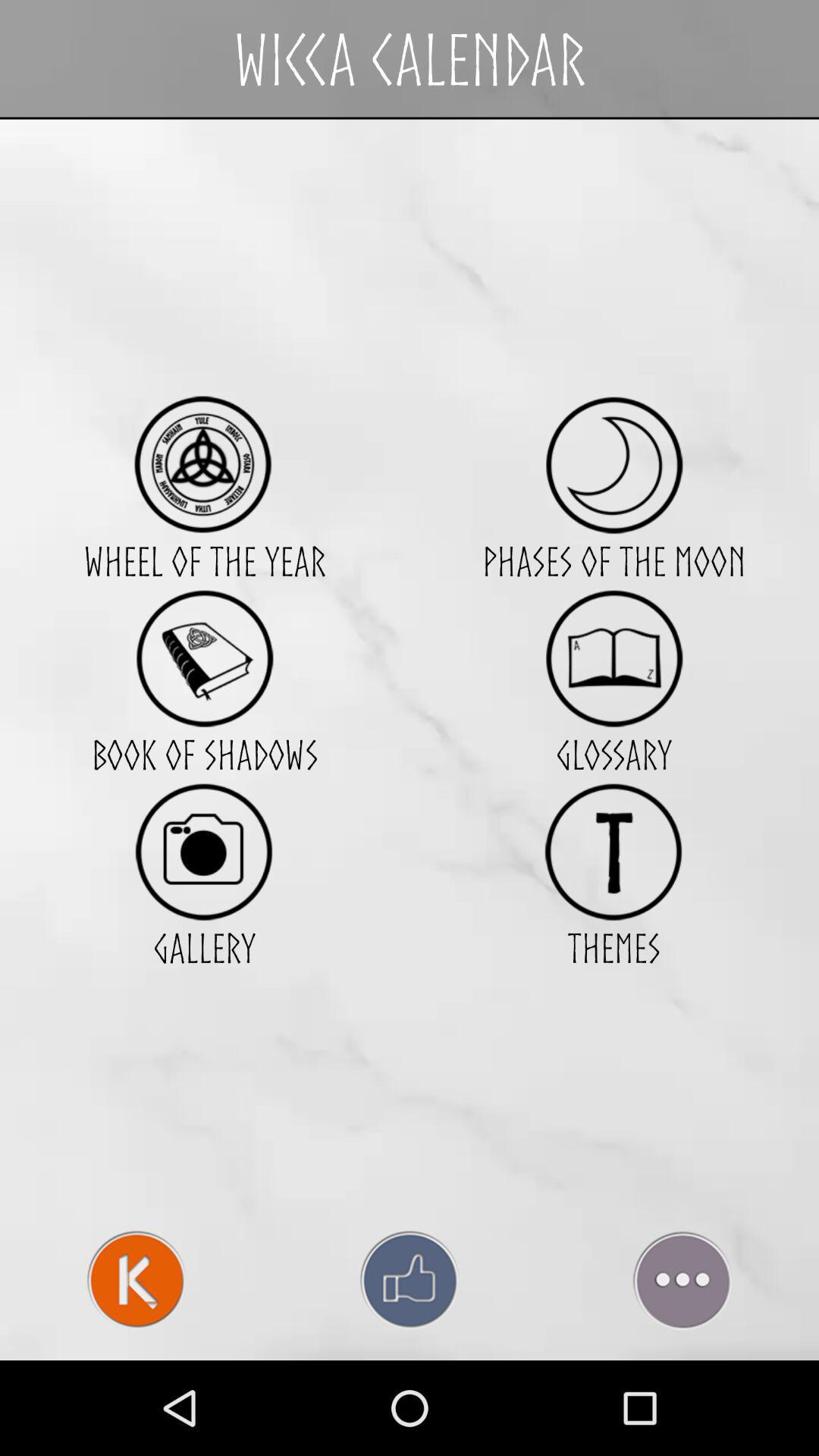  Describe the element at coordinates (613, 658) in the screenshot. I see `item below phases of the` at that location.